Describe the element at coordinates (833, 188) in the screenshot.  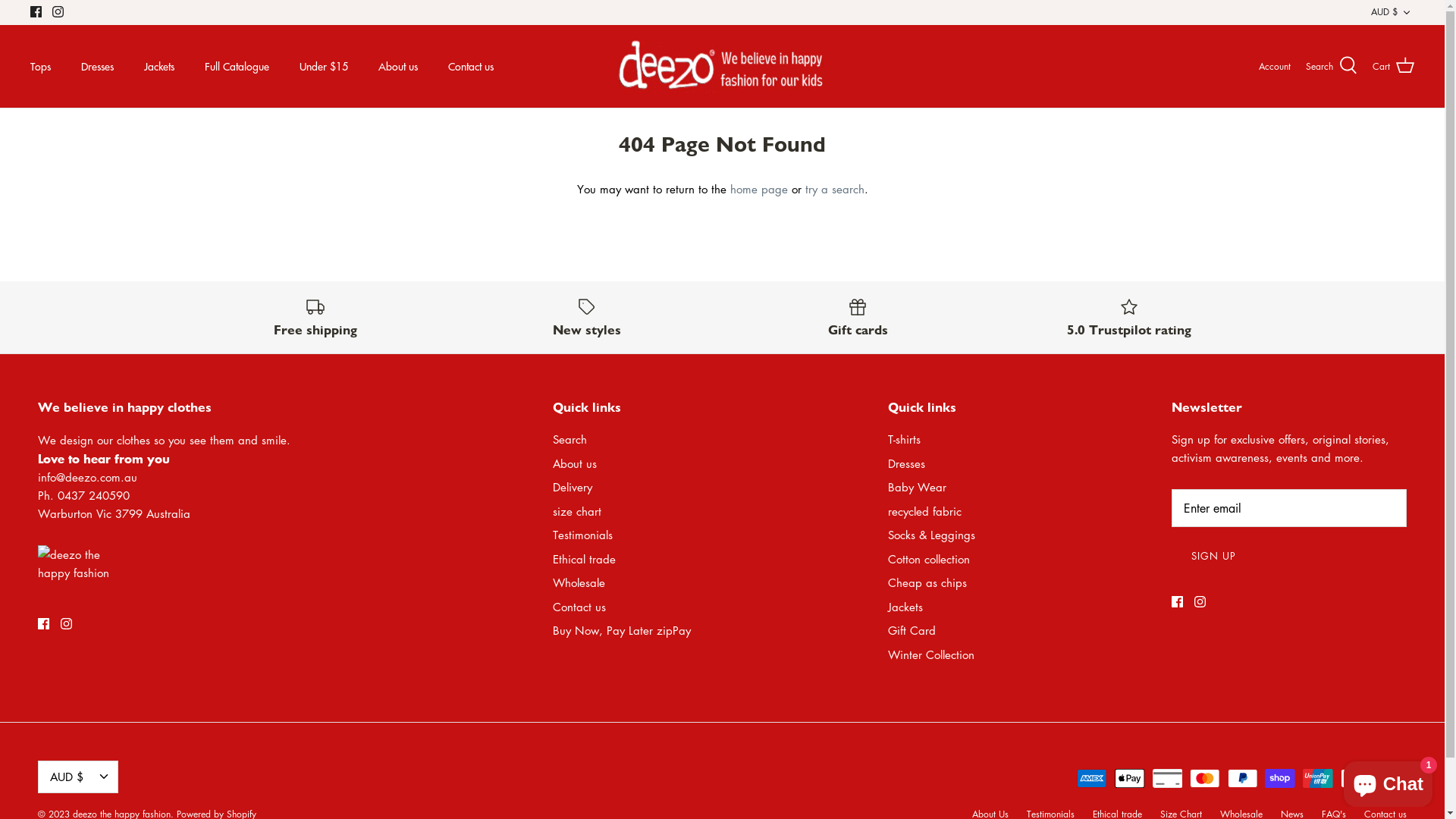
I see `'try a search'` at that location.